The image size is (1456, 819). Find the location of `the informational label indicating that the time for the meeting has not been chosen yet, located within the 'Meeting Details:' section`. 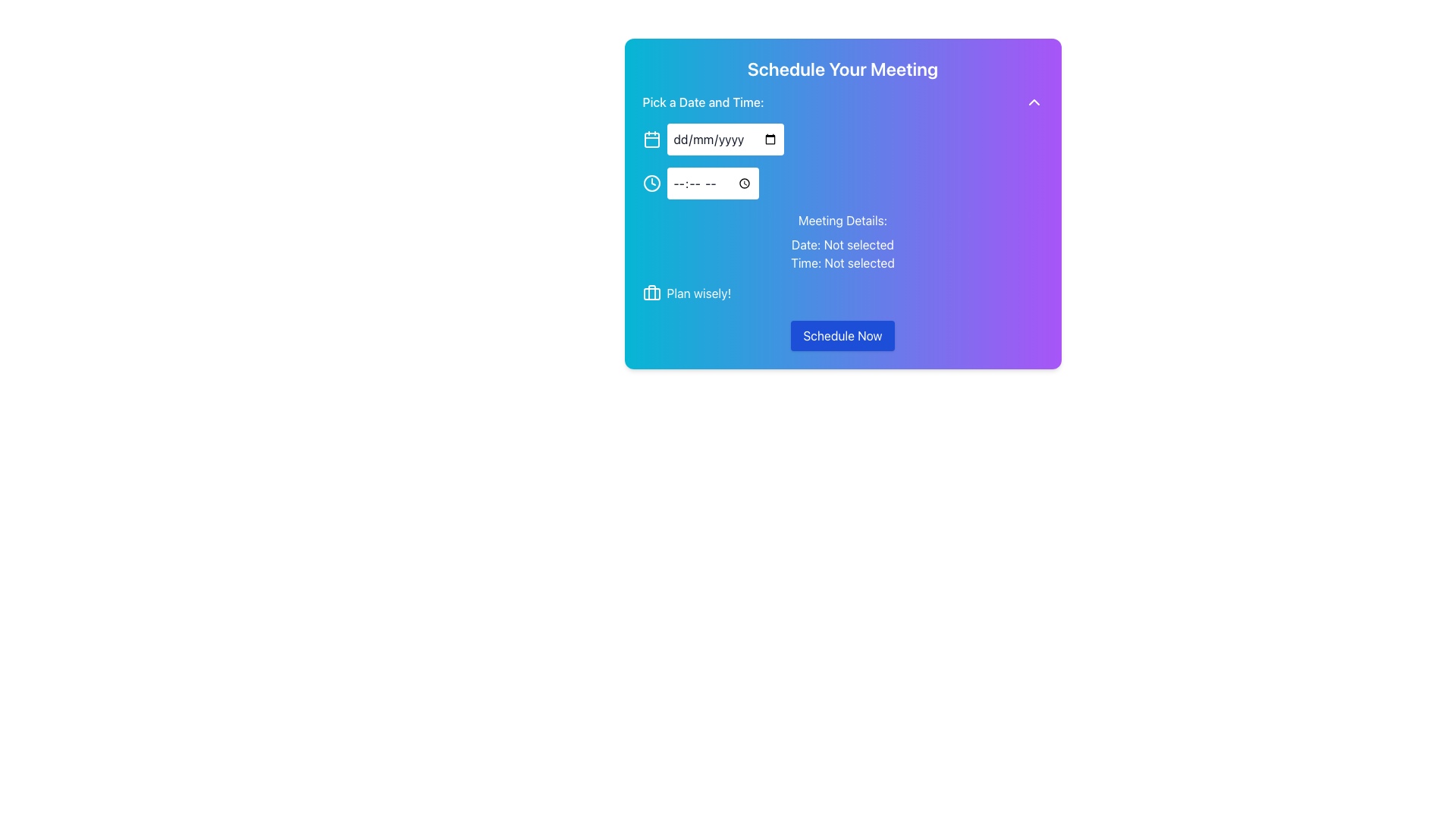

the informational label indicating that the time for the meeting has not been chosen yet, located within the 'Meeting Details:' section is located at coordinates (842, 262).